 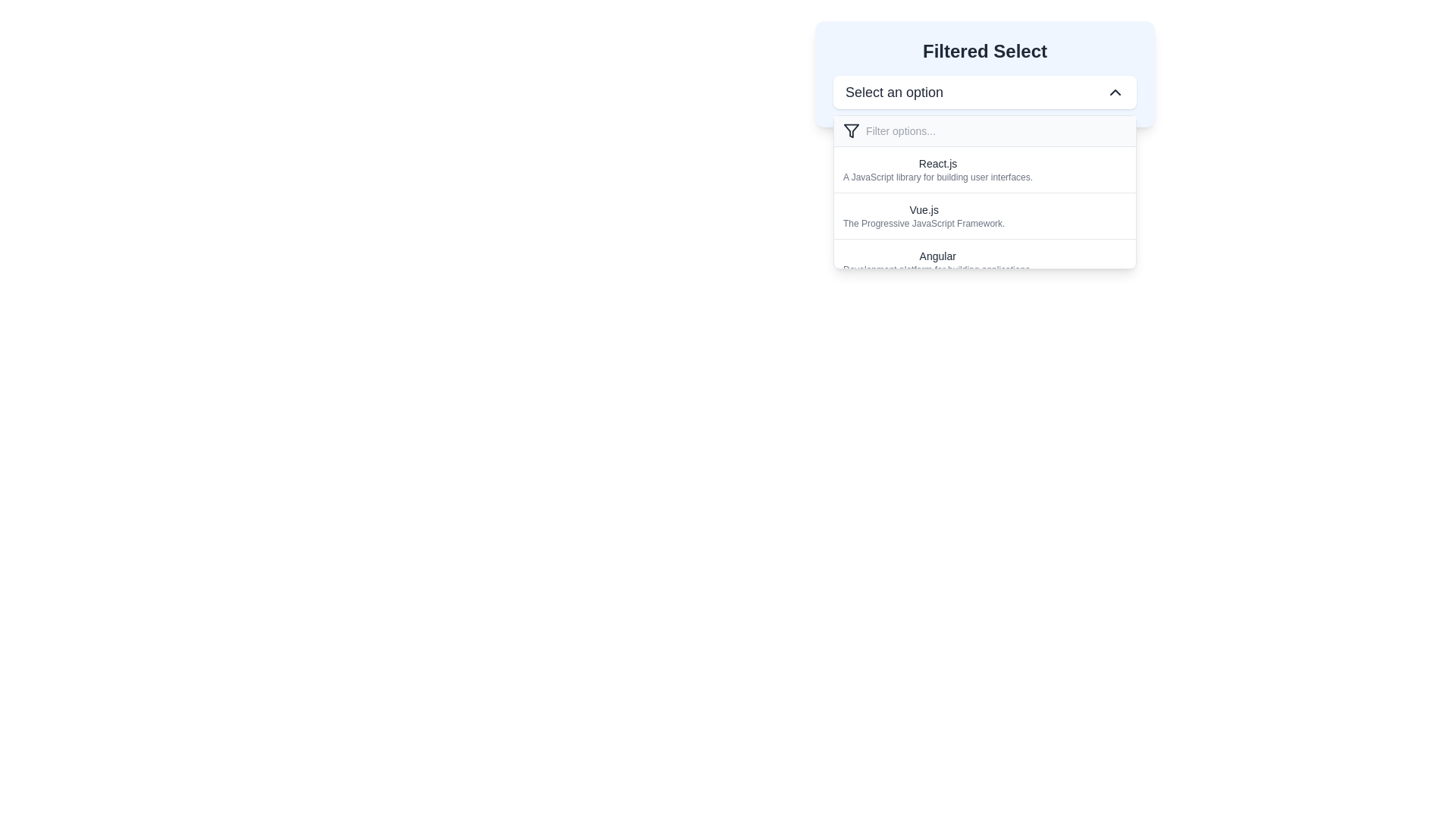 I want to click on the dropdown option item for 'Vue.js' in the 'Filtered Select' menu, so click(x=923, y=216).